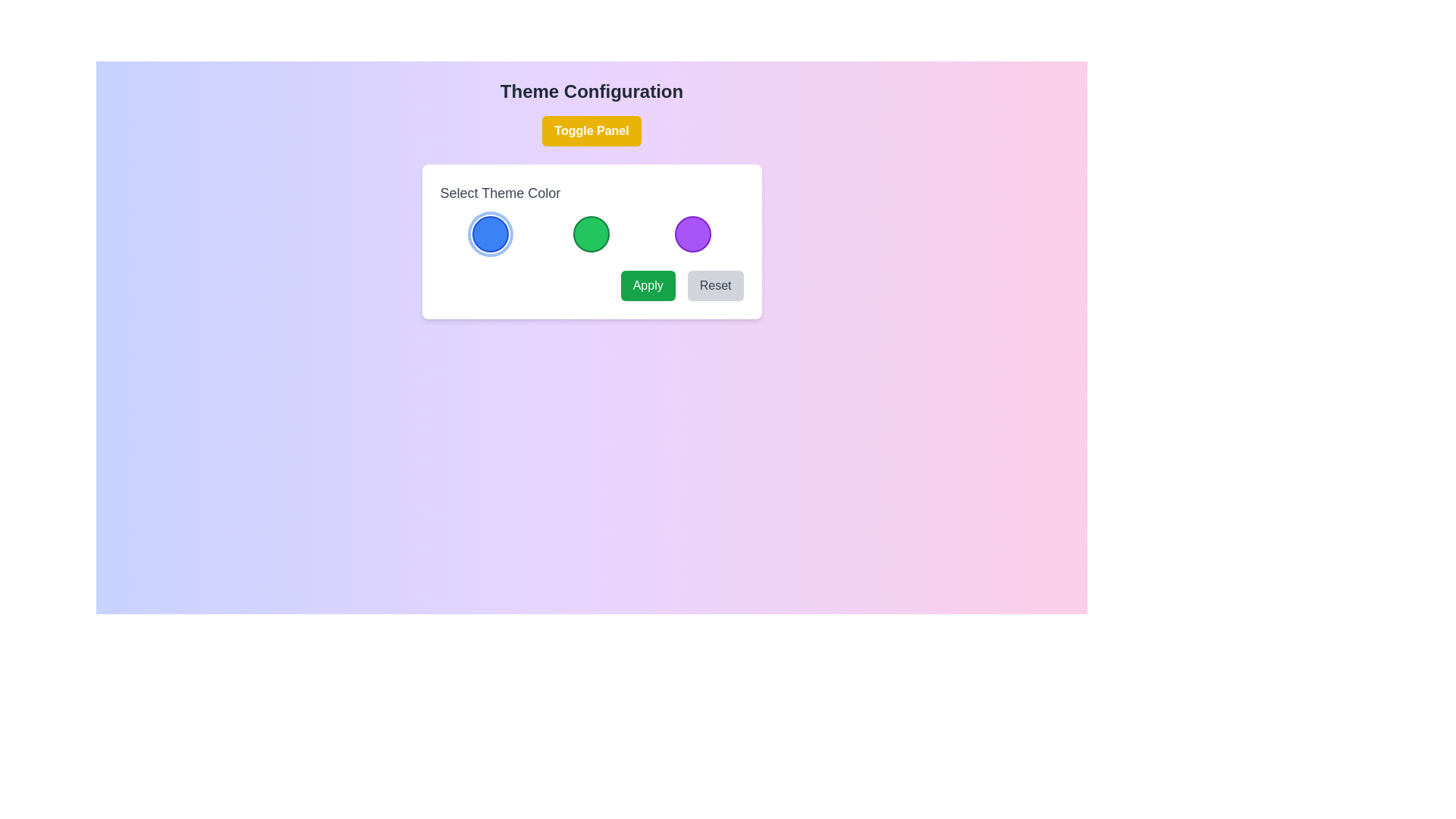 The height and width of the screenshot is (819, 1456). Describe the element at coordinates (692, 234) in the screenshot. I see `the circular button with a purple background` at that location.